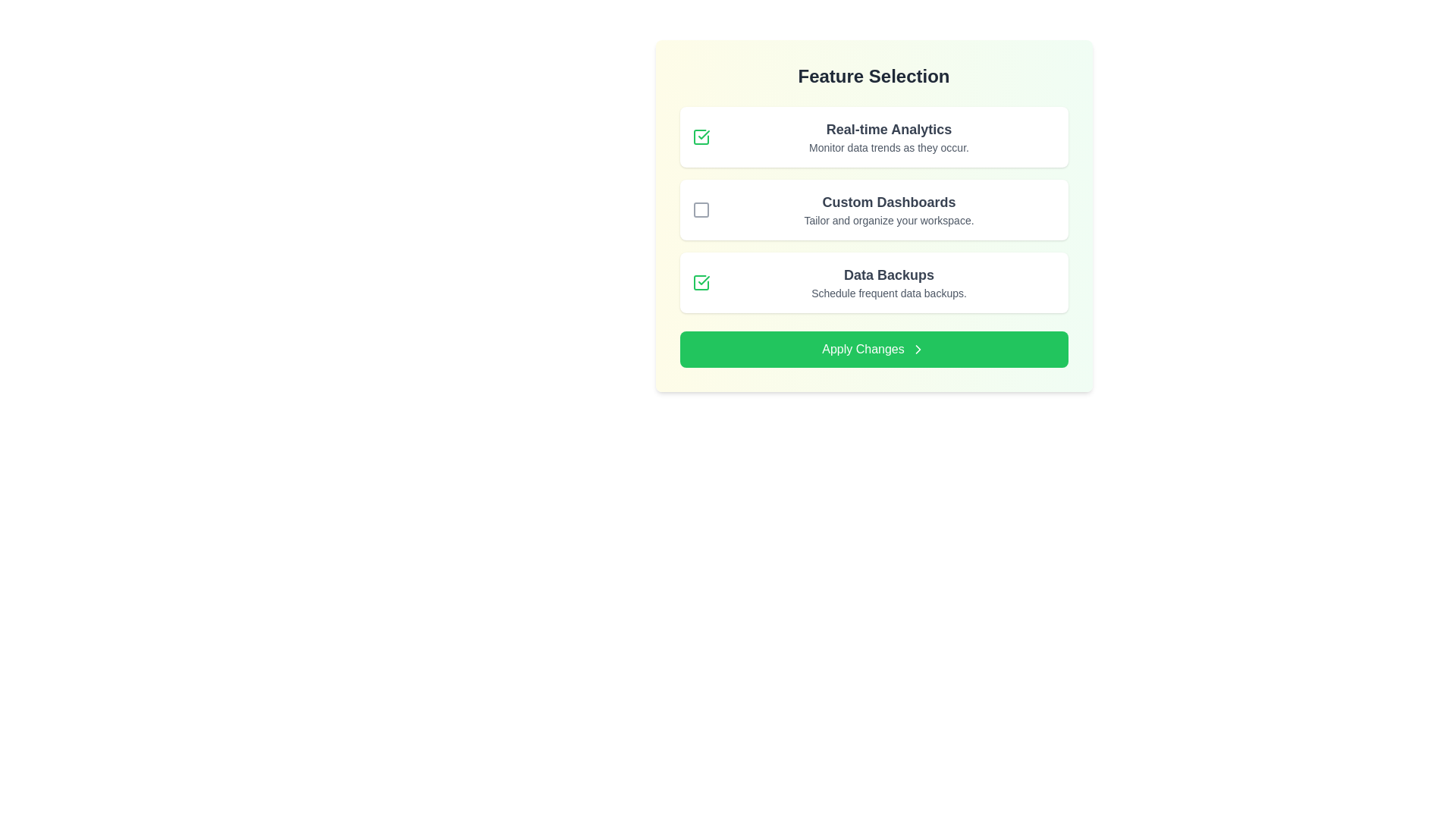  What do you see at coordinates (874, 210) in the screenshot?
I see `the 'Custom Dashboards' selection option with checkbox` at bounding box center [874, 210].